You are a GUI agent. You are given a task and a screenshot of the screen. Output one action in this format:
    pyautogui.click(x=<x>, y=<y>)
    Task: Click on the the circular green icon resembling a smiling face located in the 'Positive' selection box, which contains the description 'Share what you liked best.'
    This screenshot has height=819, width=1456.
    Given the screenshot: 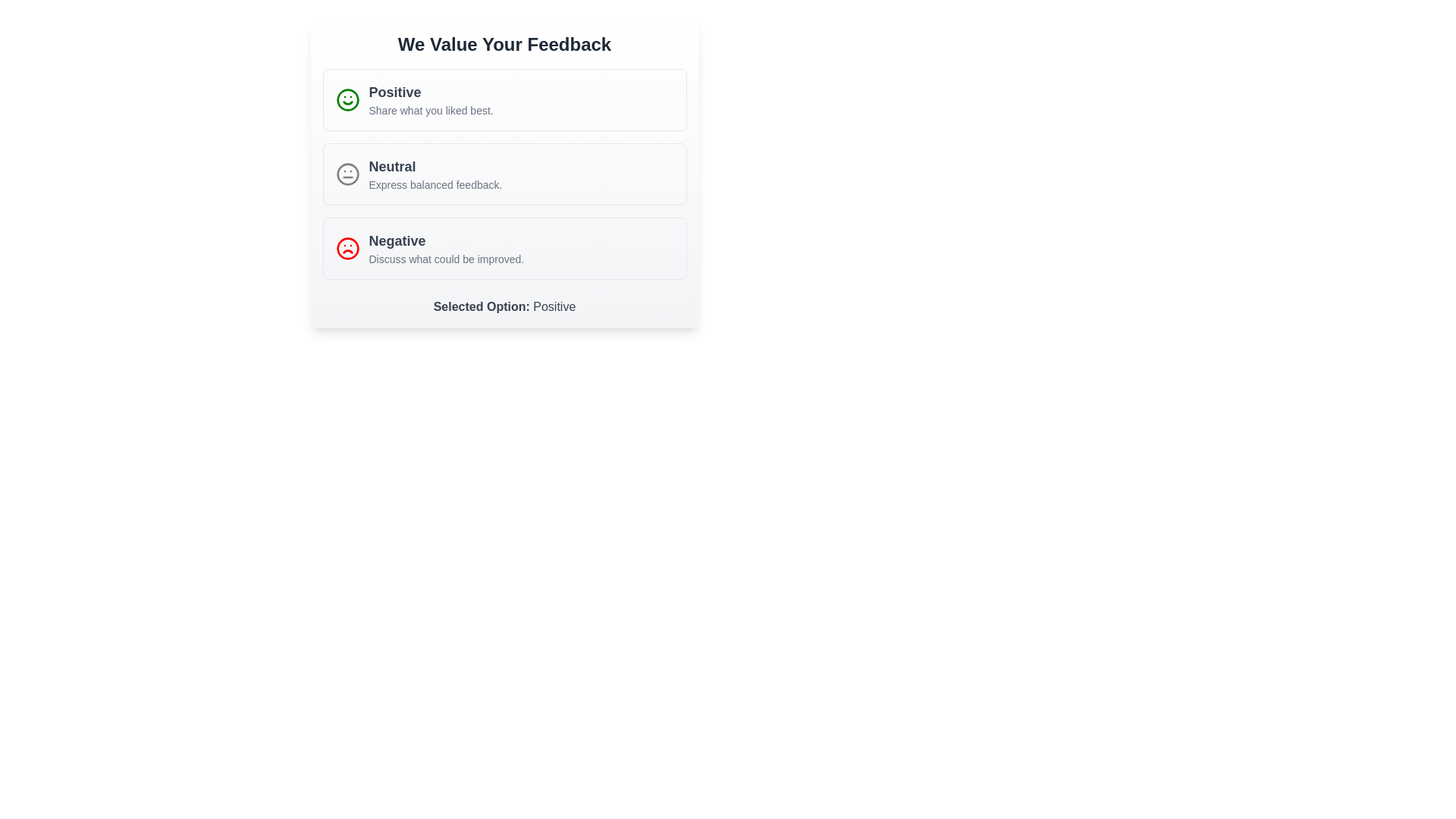 What is the action you would take?
    pyautogui.click(x=347, y=99)
    